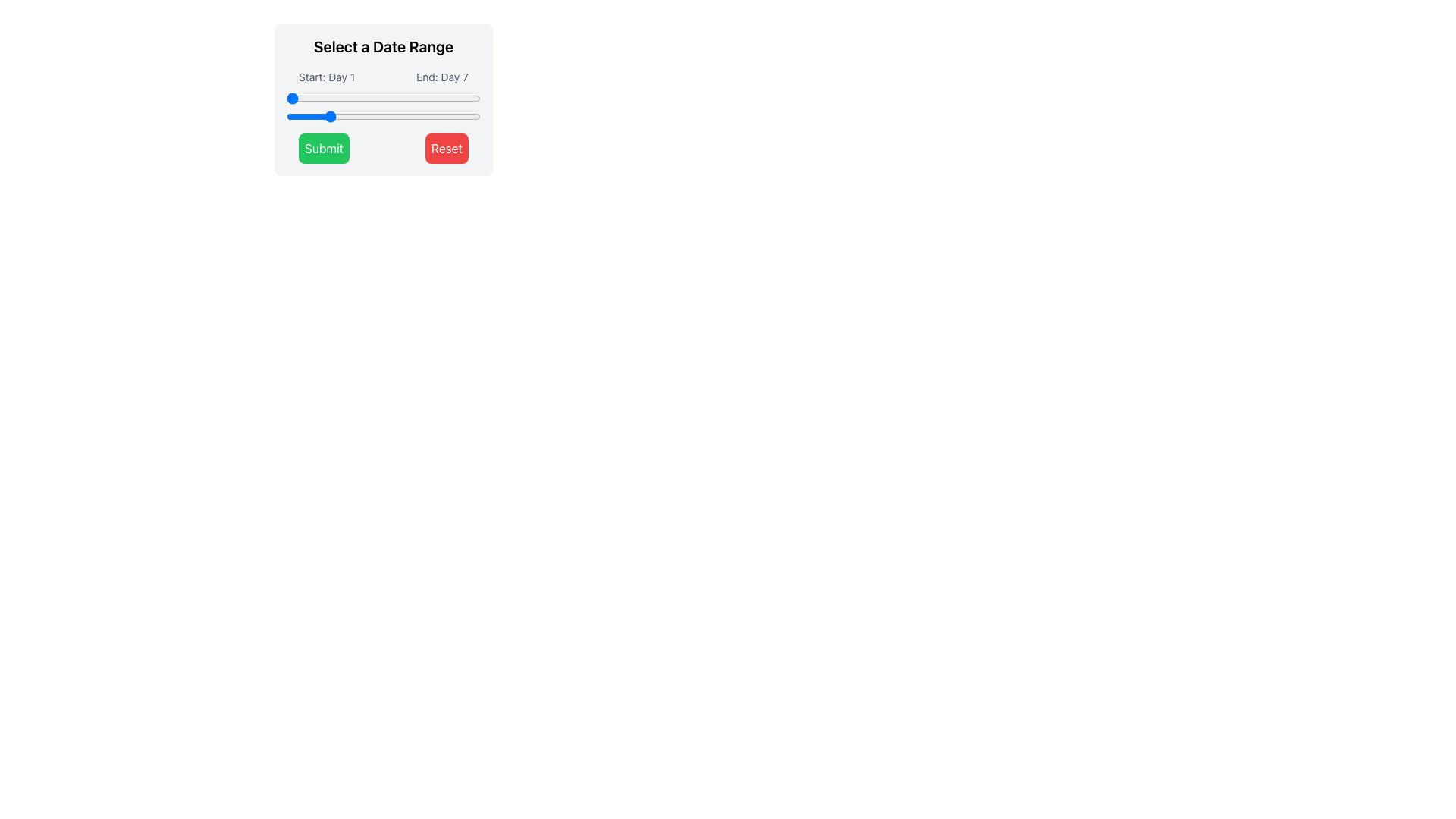 The height and width of the screenshot is (819, 1456). What do you see at coordinates (287, 116) in the screenshot?
I see `the slider` at bounding box center [287, 116].